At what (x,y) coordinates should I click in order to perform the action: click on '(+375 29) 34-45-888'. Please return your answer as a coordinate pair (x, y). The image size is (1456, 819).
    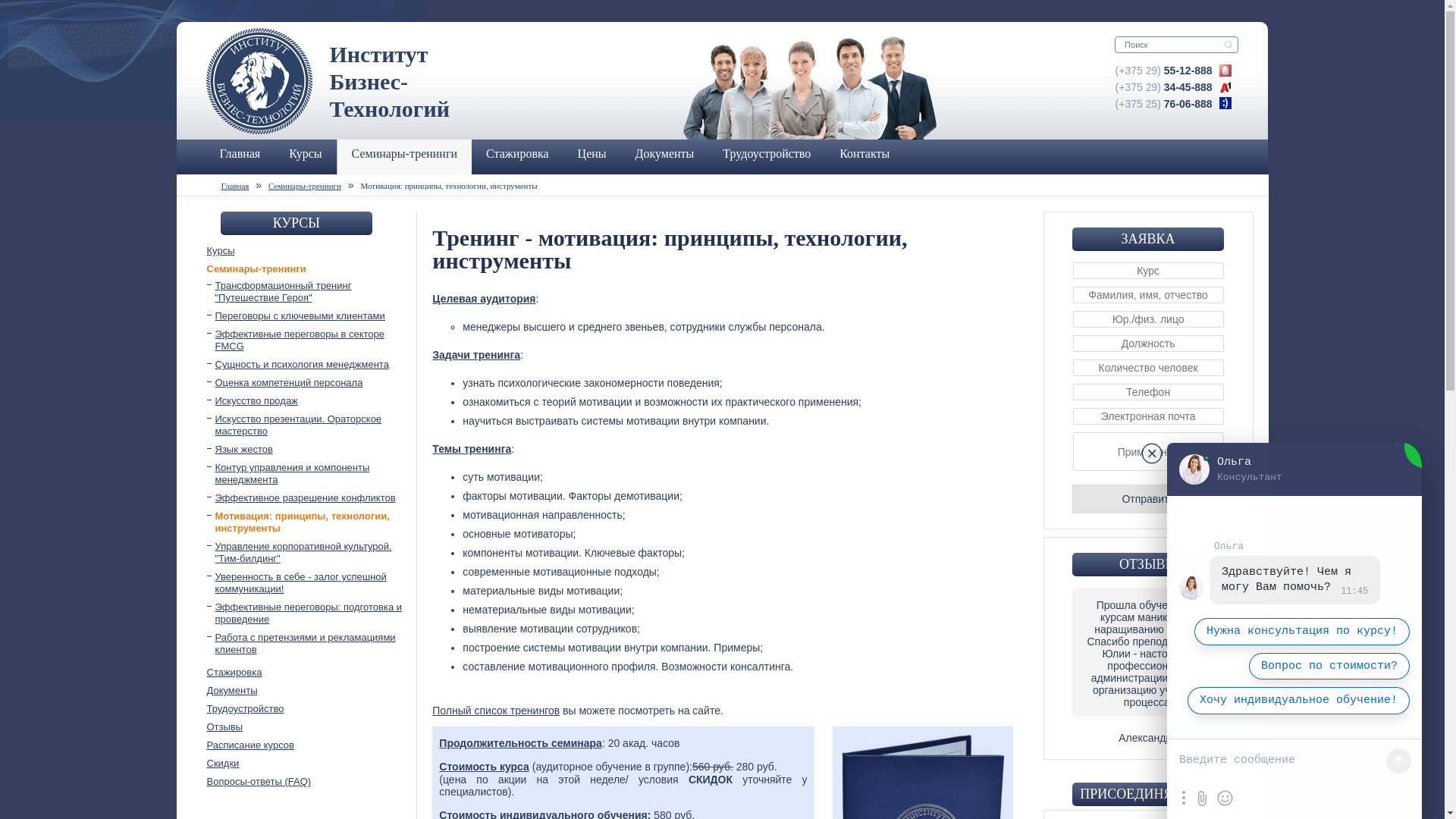
    Looking at the image, I should click on (1163, 87).